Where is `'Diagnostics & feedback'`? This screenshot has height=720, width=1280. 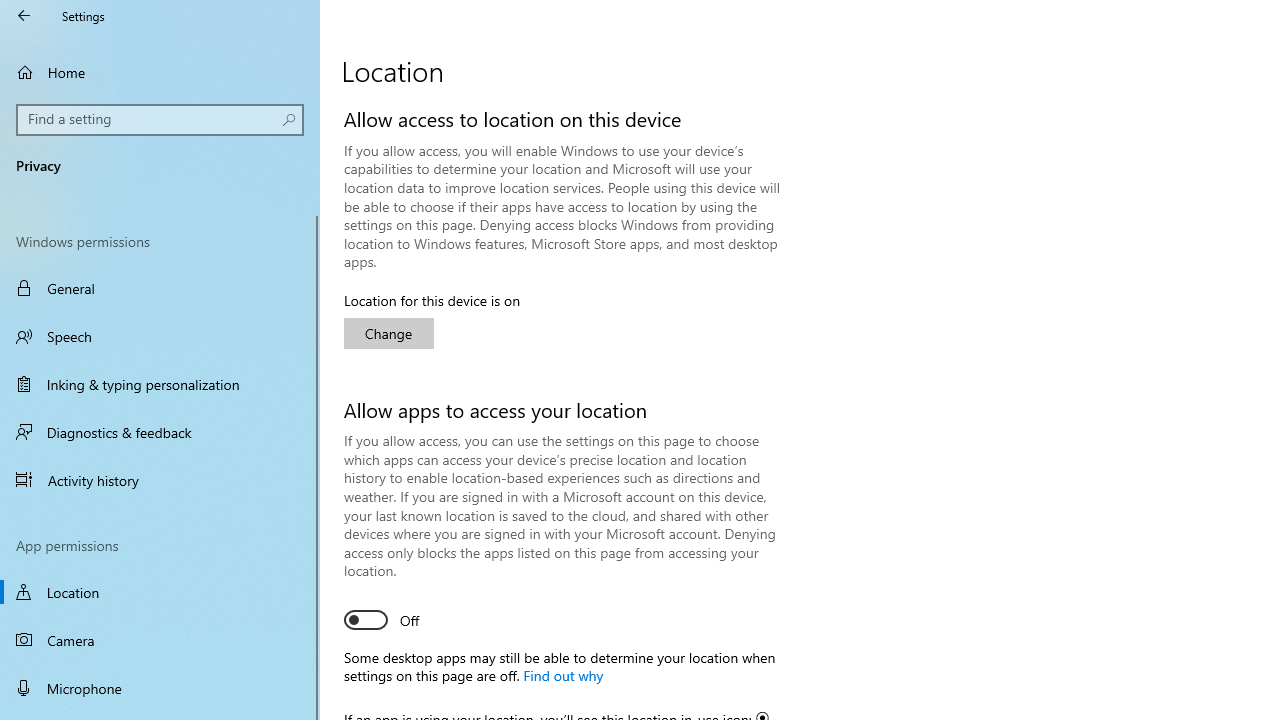 'Diagnostics & feedback' is located at coordinates (160, 431).